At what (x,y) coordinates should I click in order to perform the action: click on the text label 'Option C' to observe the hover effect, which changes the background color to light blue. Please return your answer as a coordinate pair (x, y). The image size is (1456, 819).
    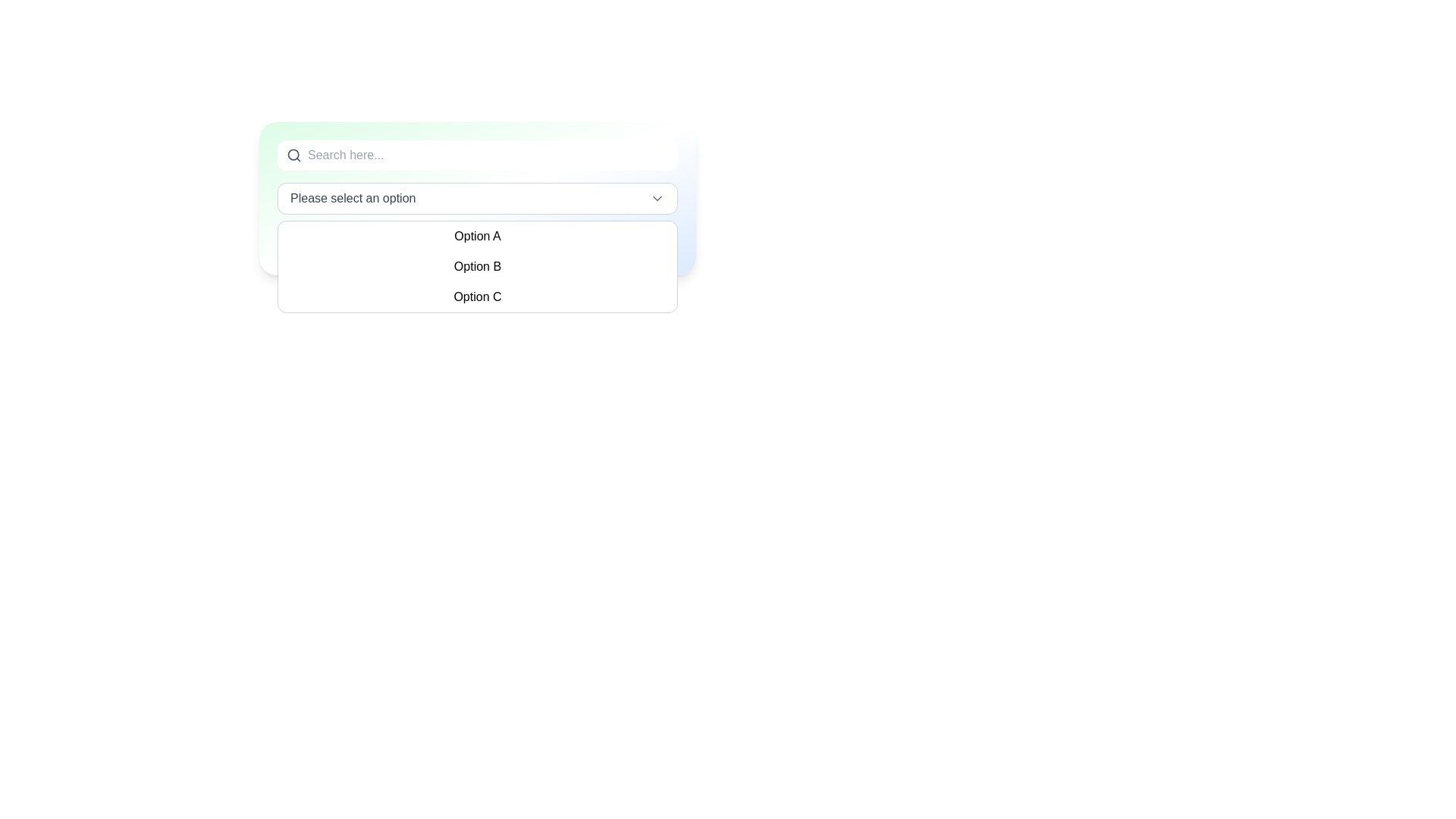
    Looking at the image, I should click on (476, 297).